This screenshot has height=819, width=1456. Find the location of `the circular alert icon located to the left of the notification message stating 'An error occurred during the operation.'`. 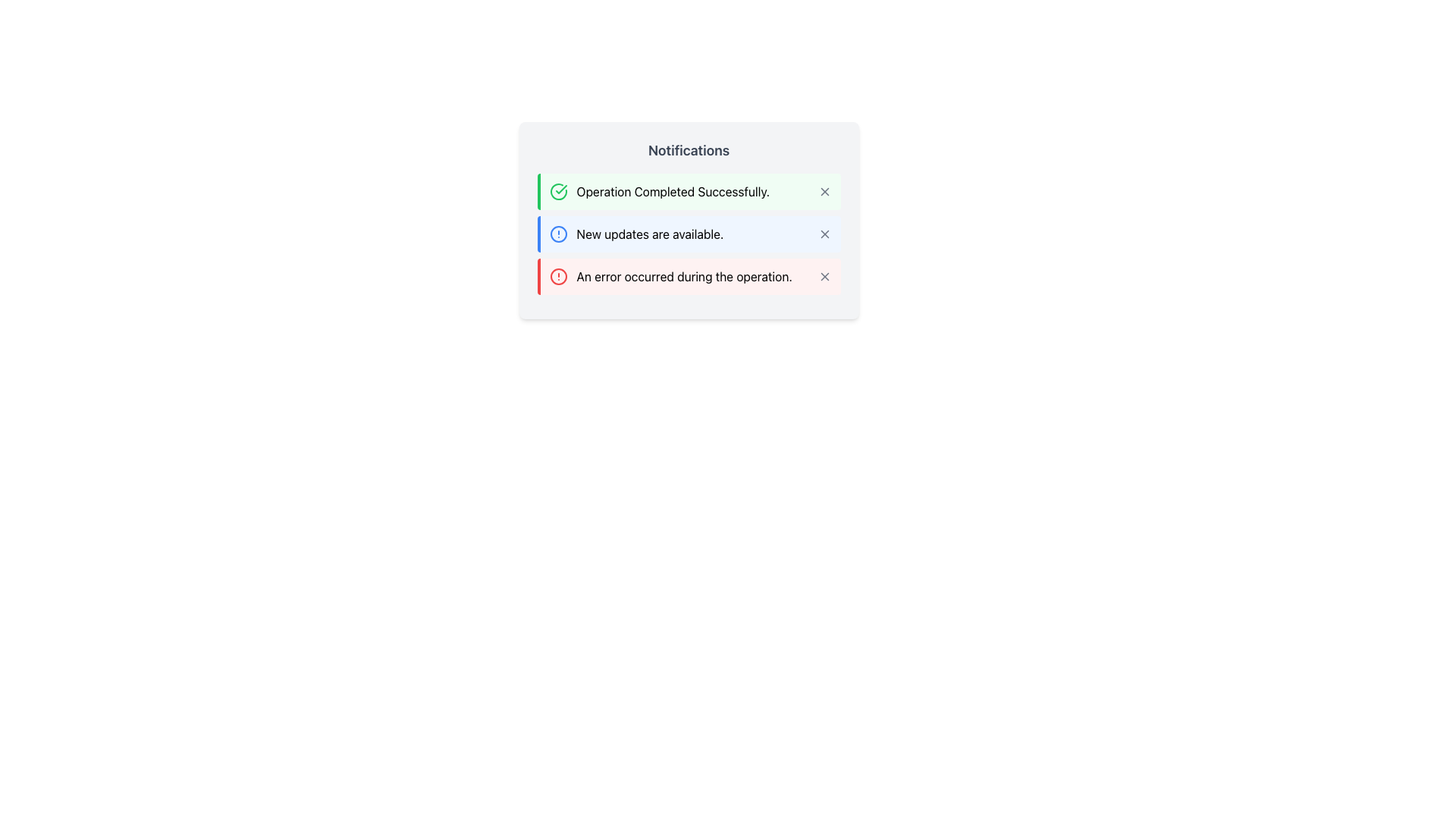

the circular alert icon located to the left of the notification message stating 'An error occurred during the operation.' is located at coordinates (557, 277).